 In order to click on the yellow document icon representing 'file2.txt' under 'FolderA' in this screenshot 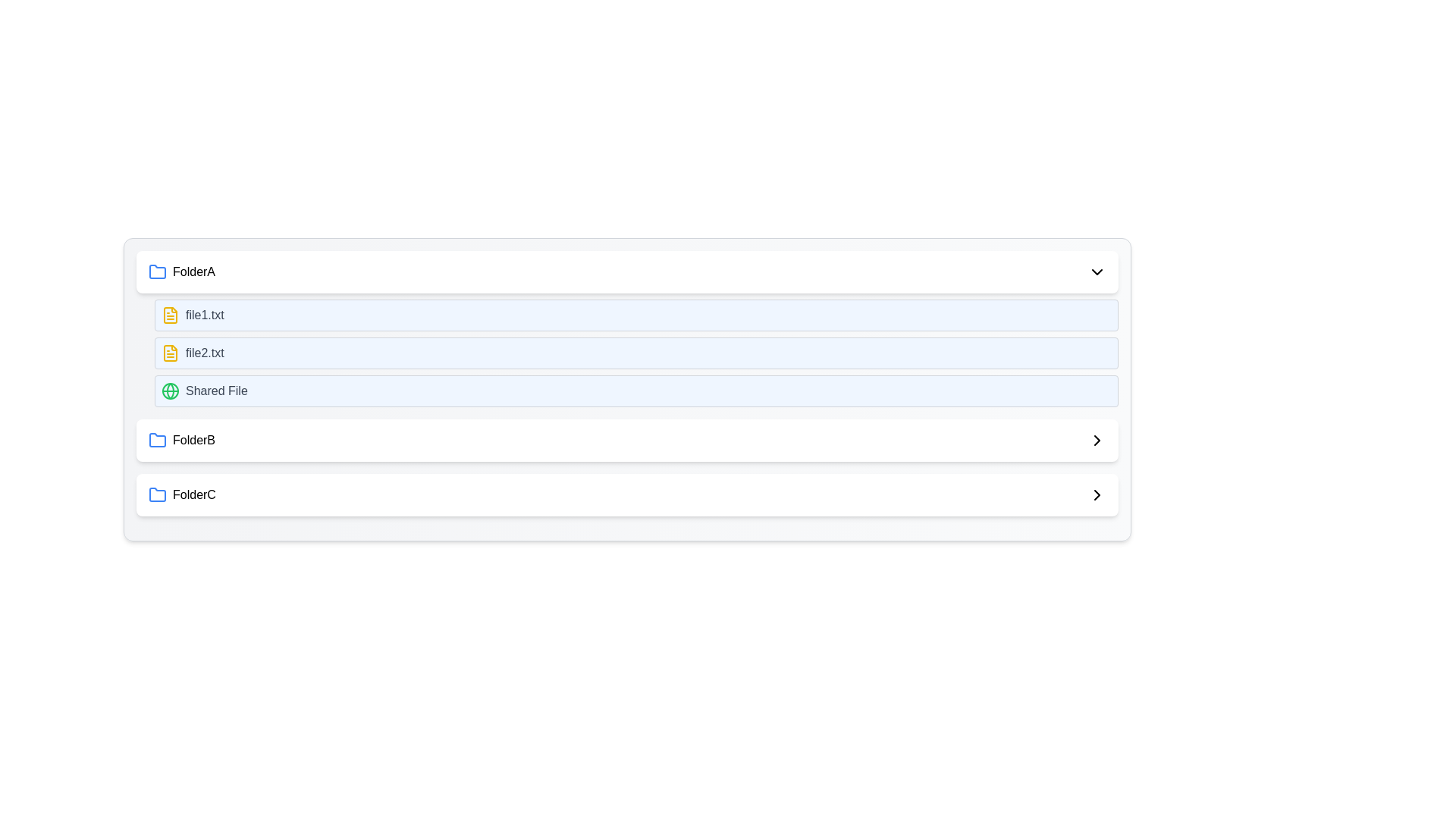, I will do `click(171, 315)`.